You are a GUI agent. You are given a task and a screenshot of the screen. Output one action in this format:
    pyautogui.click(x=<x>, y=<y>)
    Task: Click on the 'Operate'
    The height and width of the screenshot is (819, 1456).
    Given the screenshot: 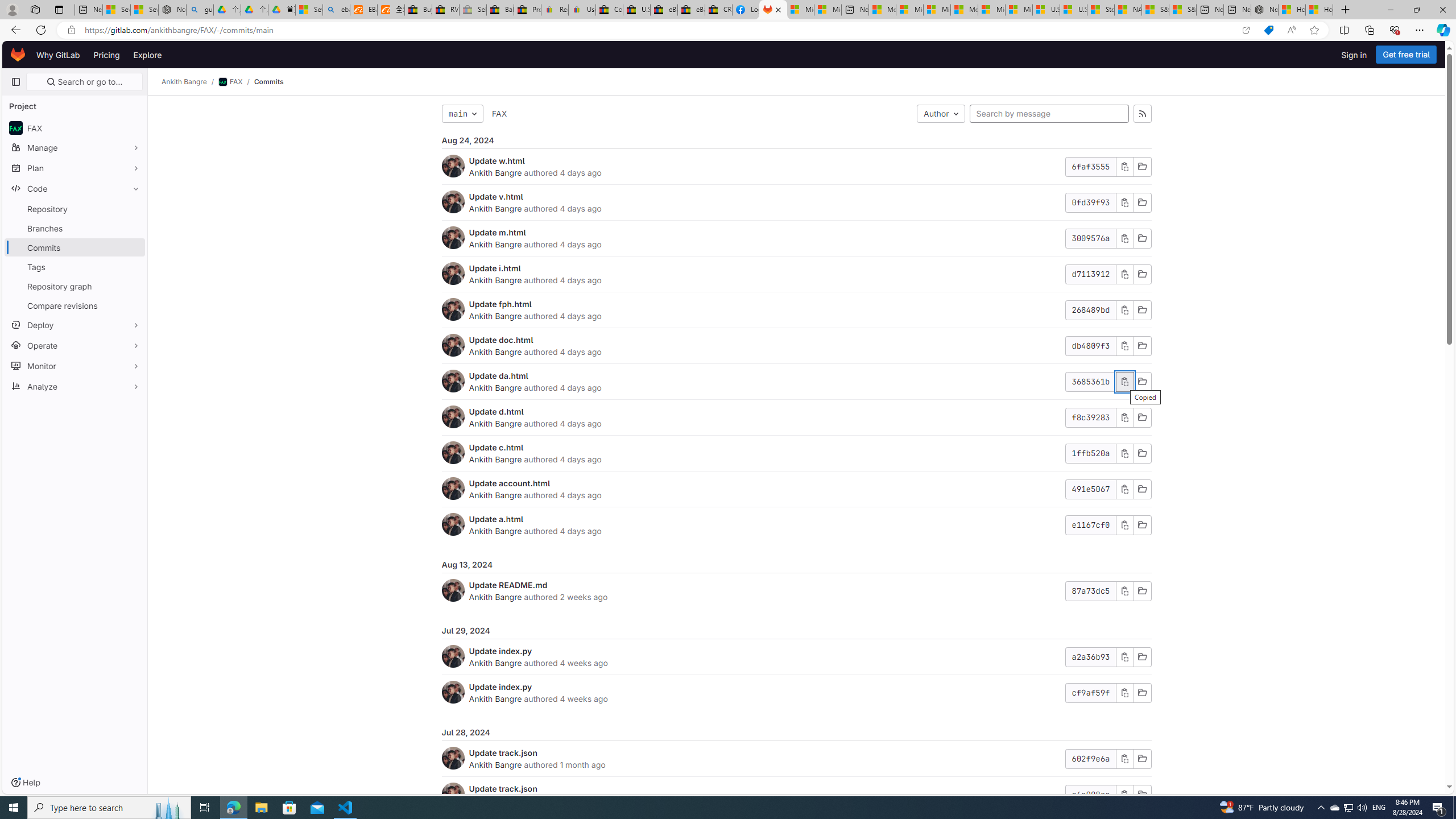 What is the action you would take?
    pyautogui.click(x=74, y=344)
    